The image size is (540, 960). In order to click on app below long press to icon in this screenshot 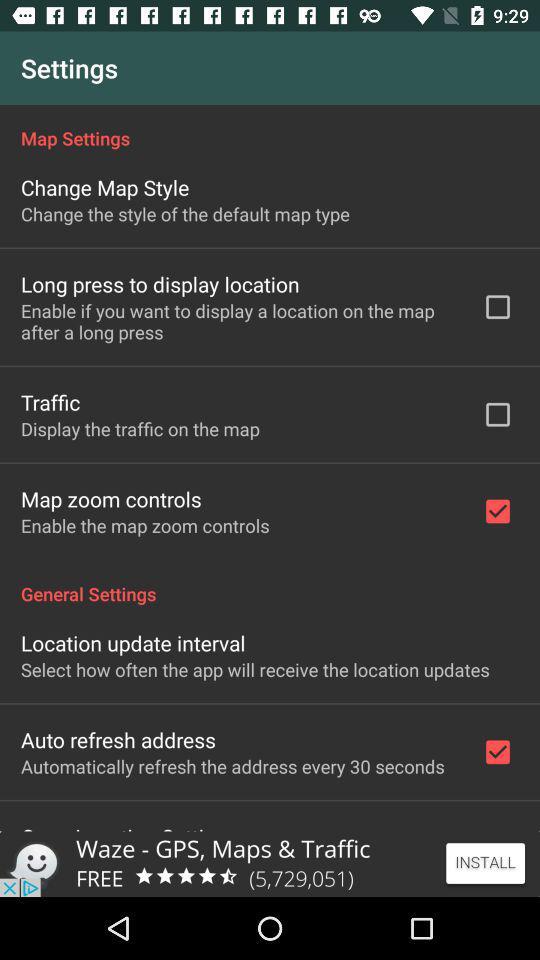, I will do `click(238, 321)`.